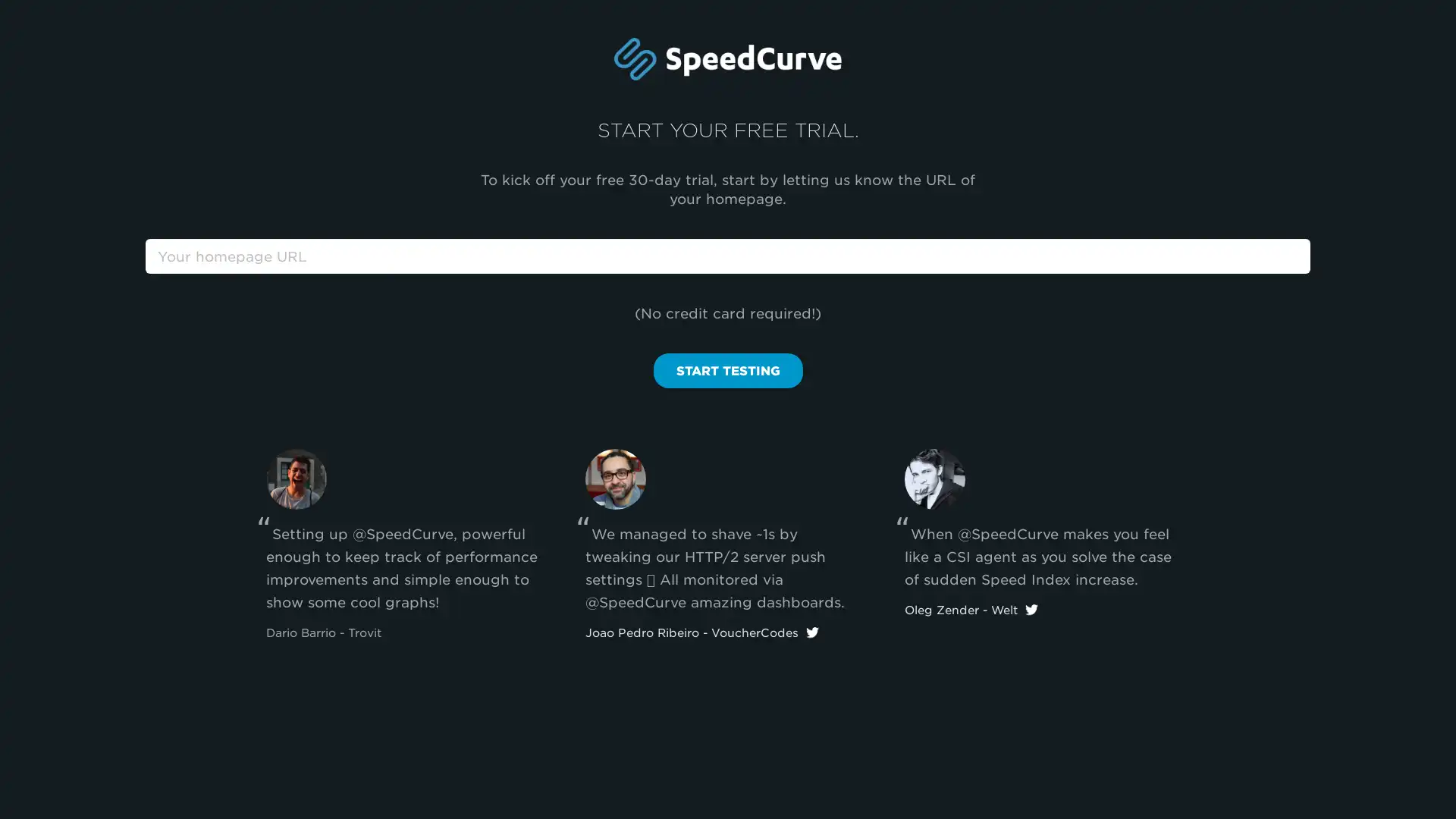 This screenshot has width=1456, height=819. I want to click on START TESTING, so click(726, 371).